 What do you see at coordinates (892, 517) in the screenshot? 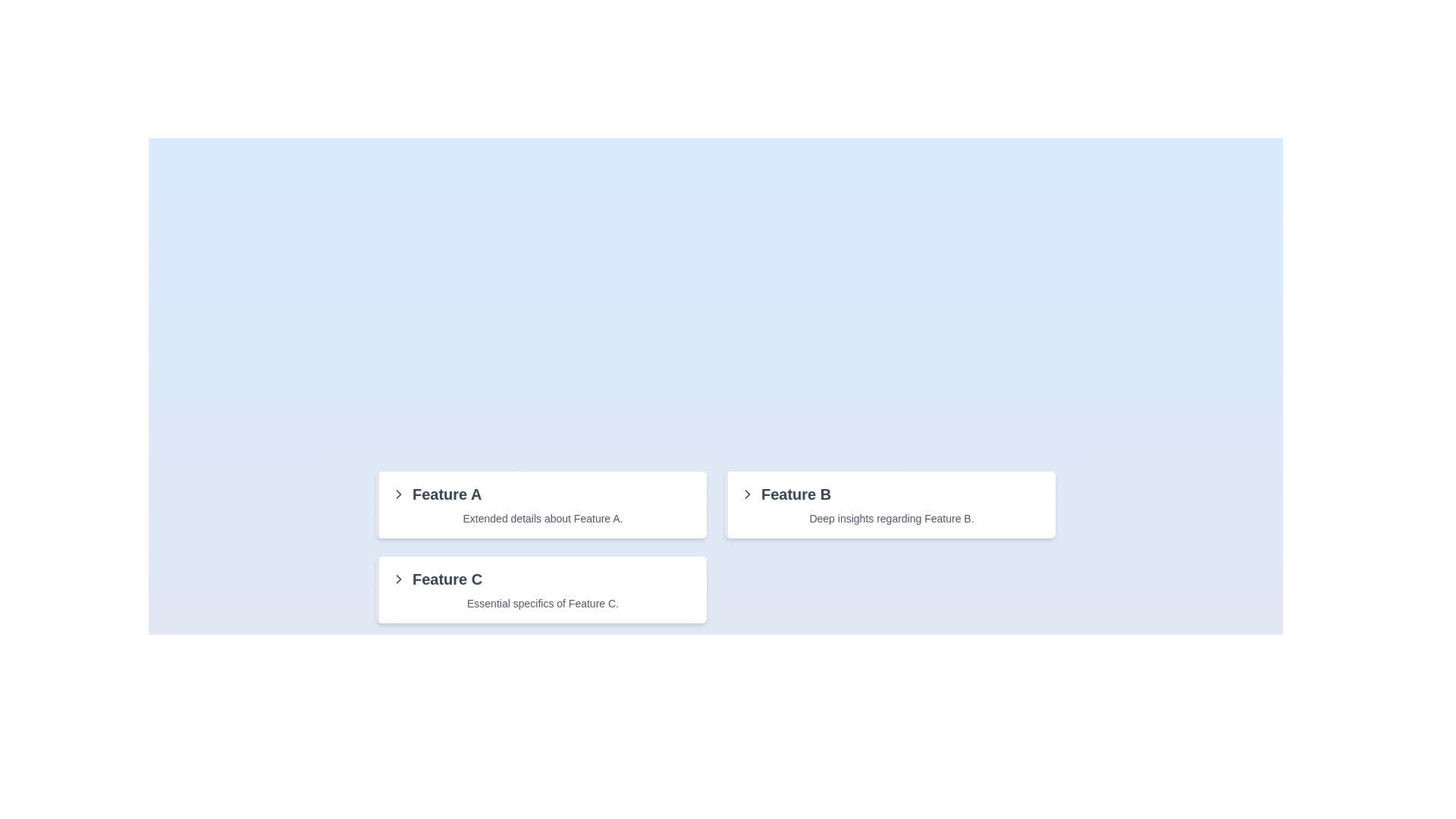
I see `the text label that provides a descriptive insight about 'Feature B', located beneath the title 'Feature B' in a card-like structure` at bounding box center [892, 517].